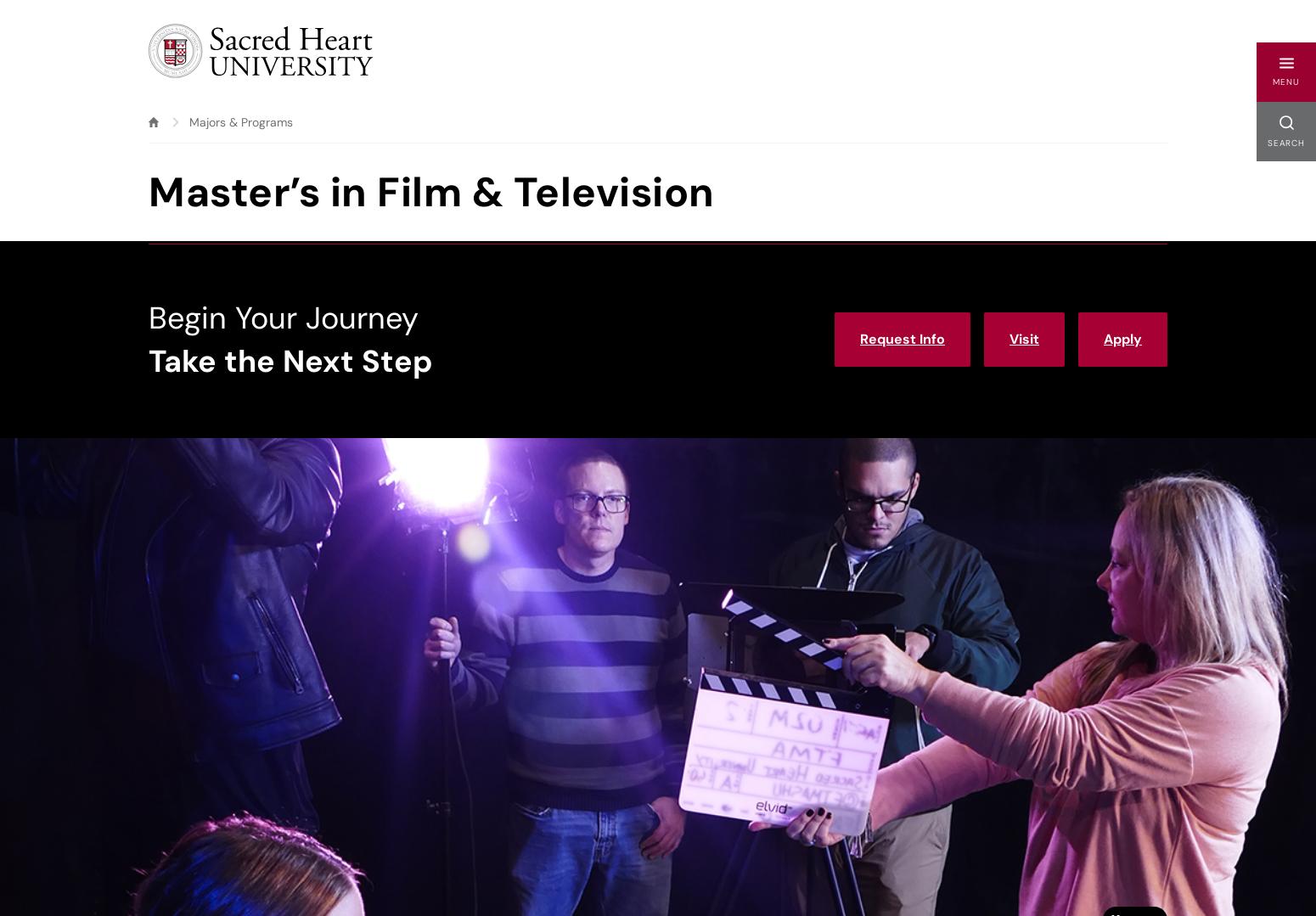 The width and height of the screenshot is (1316, 916). Describe the element at coordinates (156, 759) in the screenshot. I see `'The film and television master’s program'` at that location.